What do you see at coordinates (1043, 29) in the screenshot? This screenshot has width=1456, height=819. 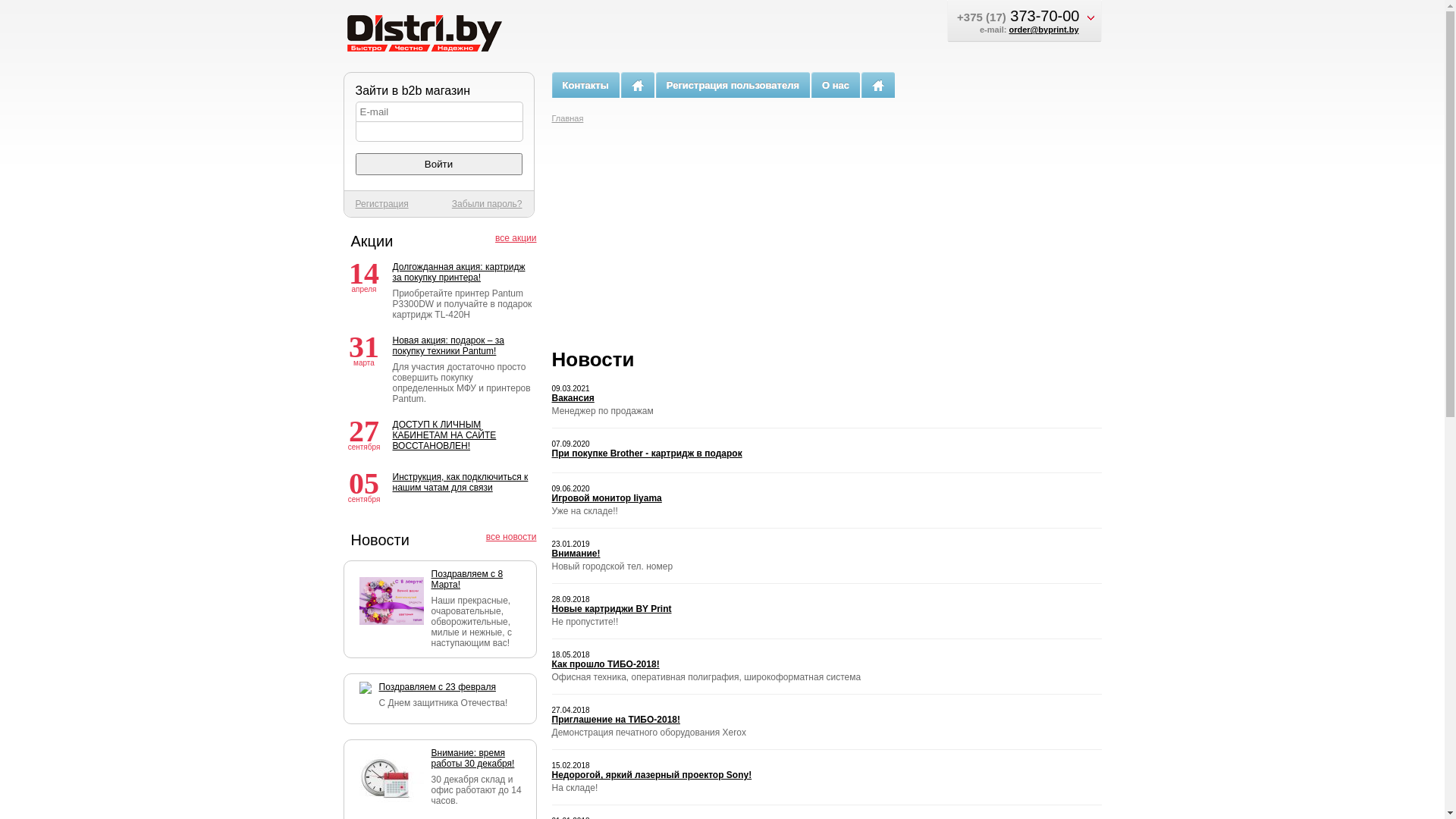 I see `'order@byprint.by'` at bounding box center [1043, 29].